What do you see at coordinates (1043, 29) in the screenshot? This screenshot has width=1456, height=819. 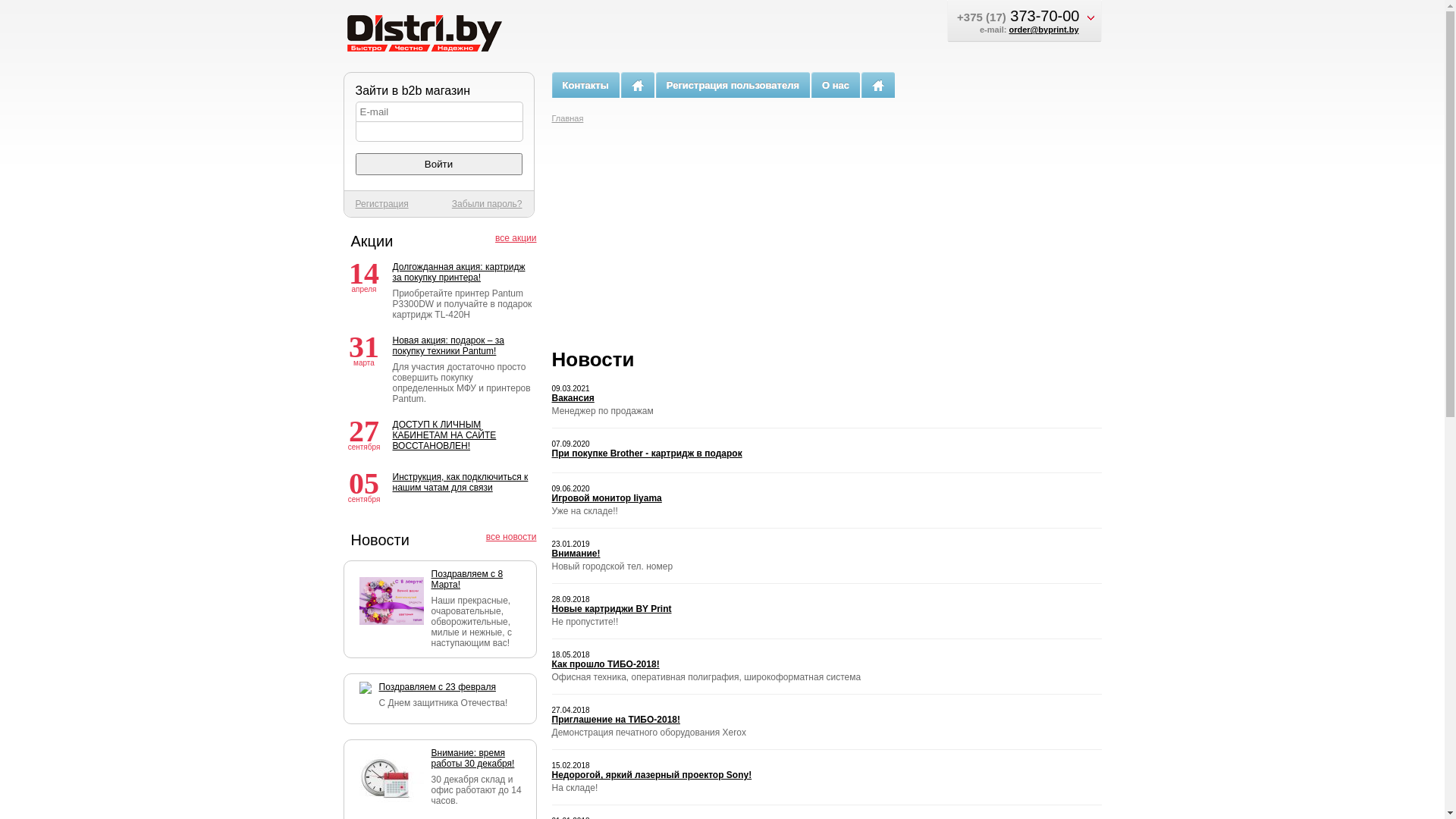 I see `'order@byprint.by'` at bounding box center [1043, 29].